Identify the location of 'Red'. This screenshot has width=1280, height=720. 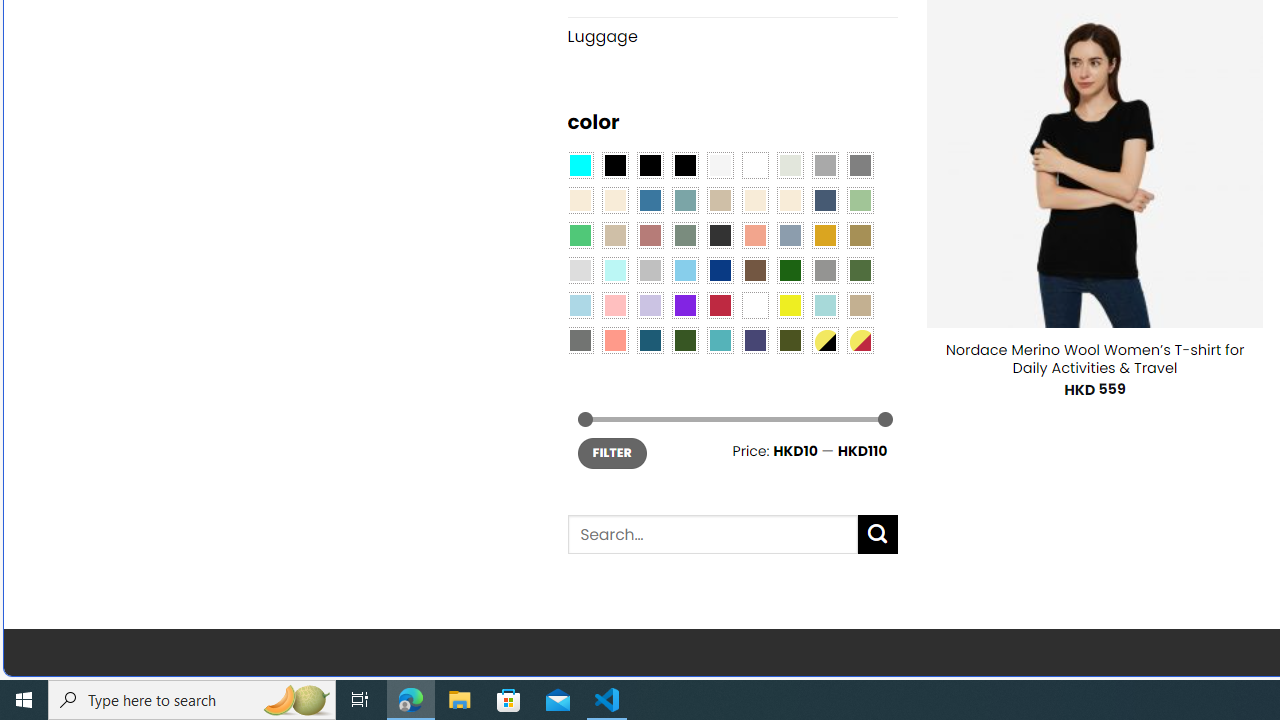
(720, 305).